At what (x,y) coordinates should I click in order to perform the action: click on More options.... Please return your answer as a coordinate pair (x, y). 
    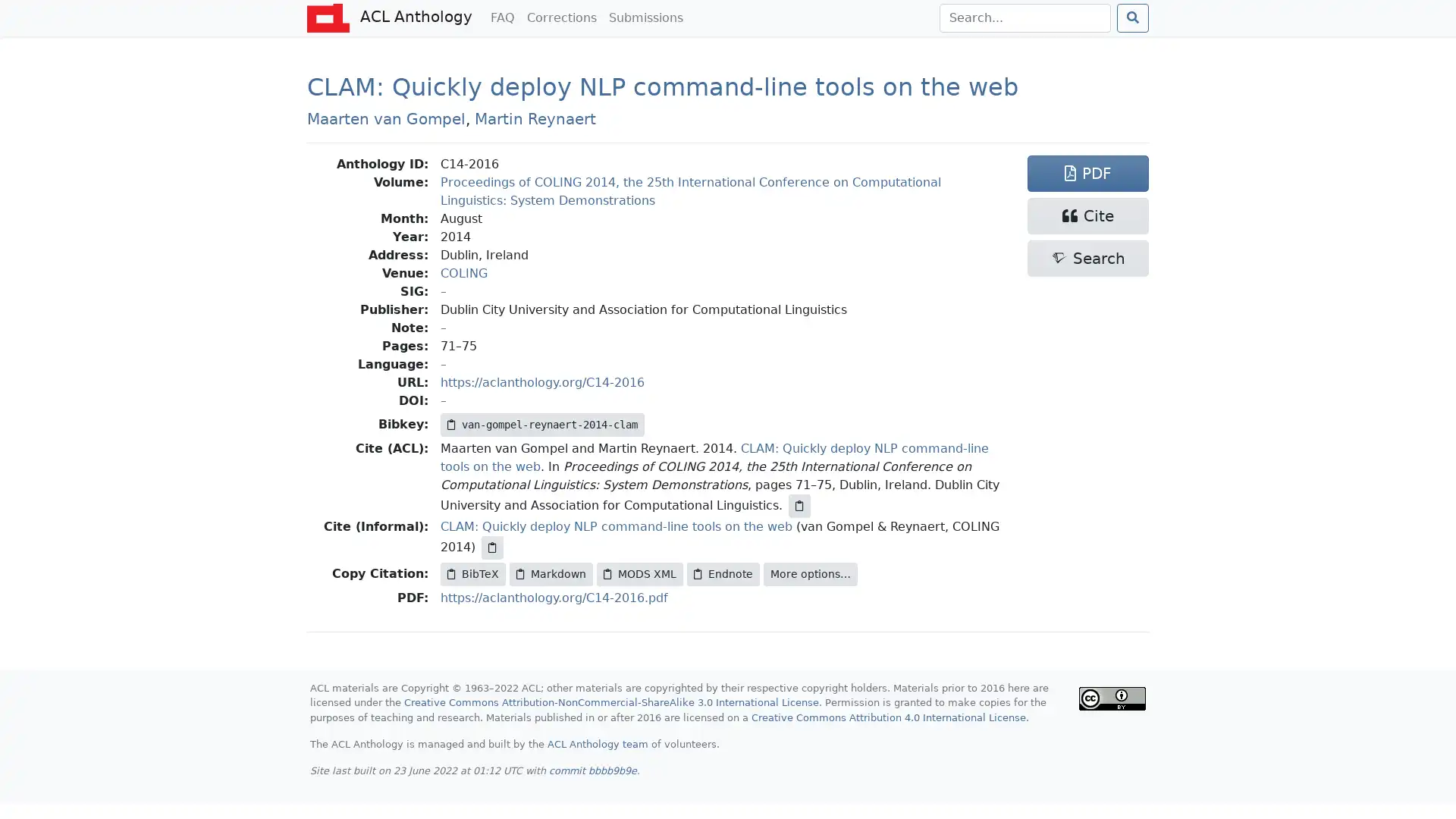
    Looking at the image, I should click on (810, 574).